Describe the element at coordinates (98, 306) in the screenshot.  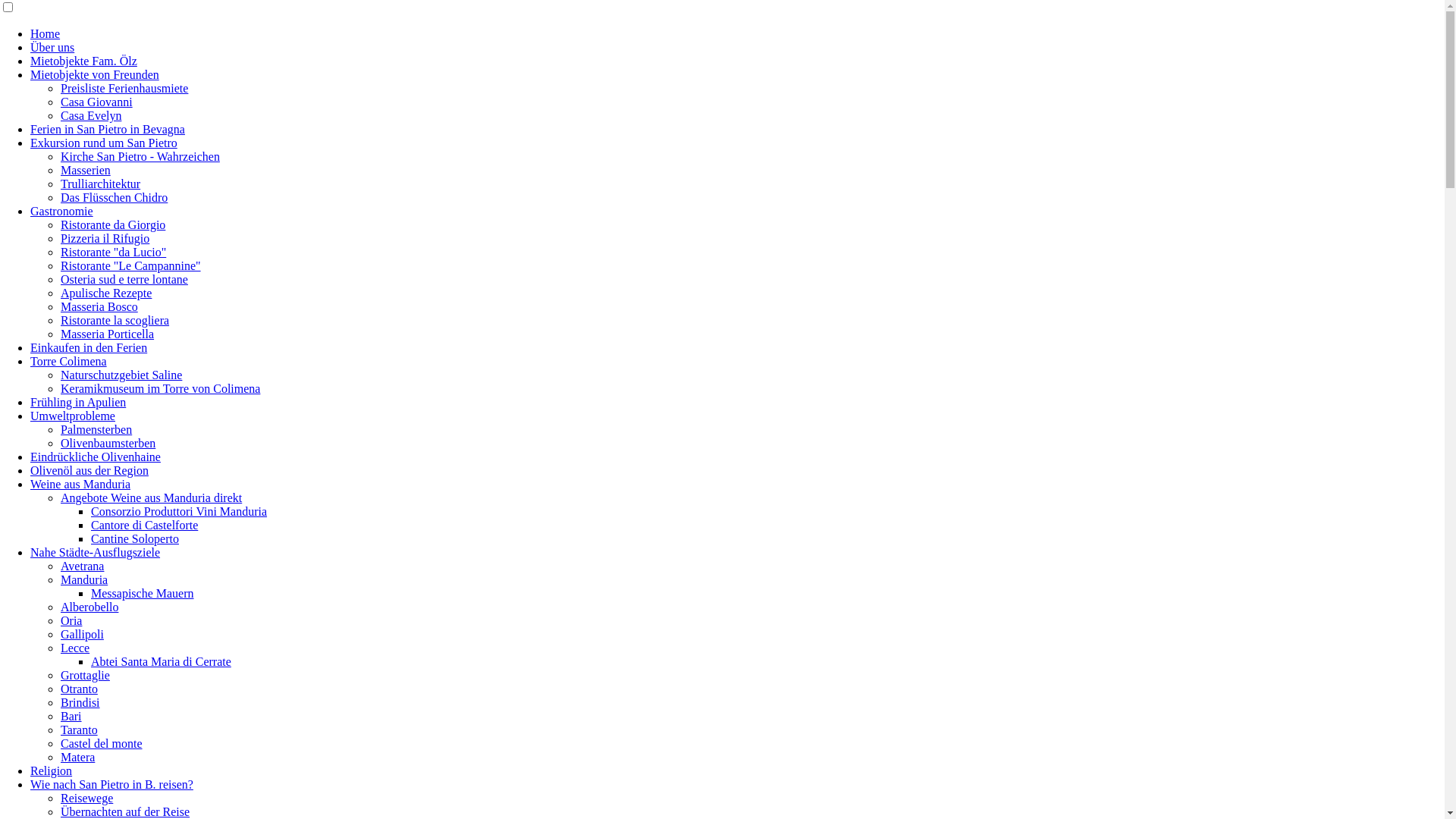
I see `'Masseria Bosco'` at that location.